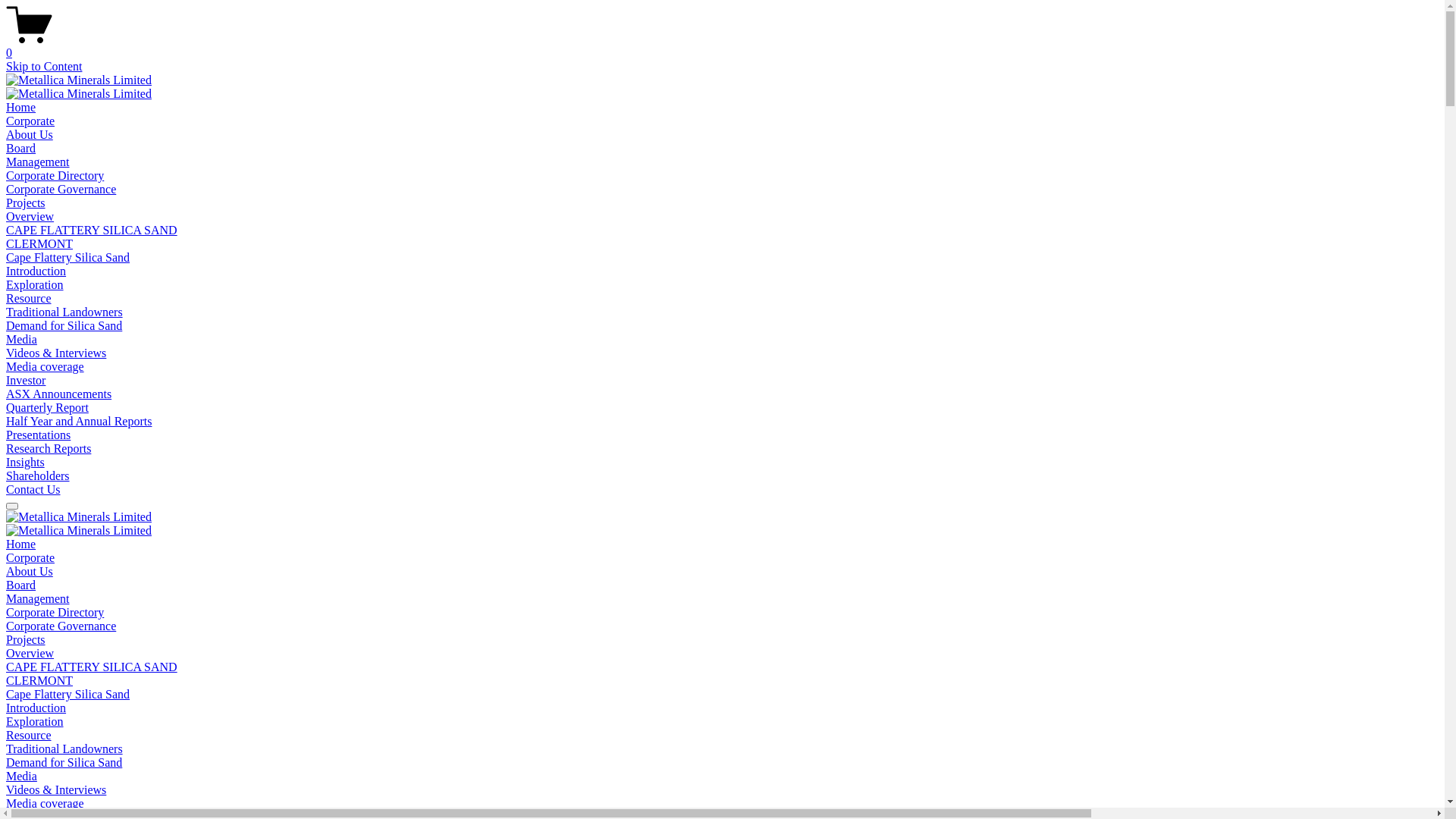  Describe the element at coordinates (6, 557) in the screenshot. I see `'Corporate'` at that location.